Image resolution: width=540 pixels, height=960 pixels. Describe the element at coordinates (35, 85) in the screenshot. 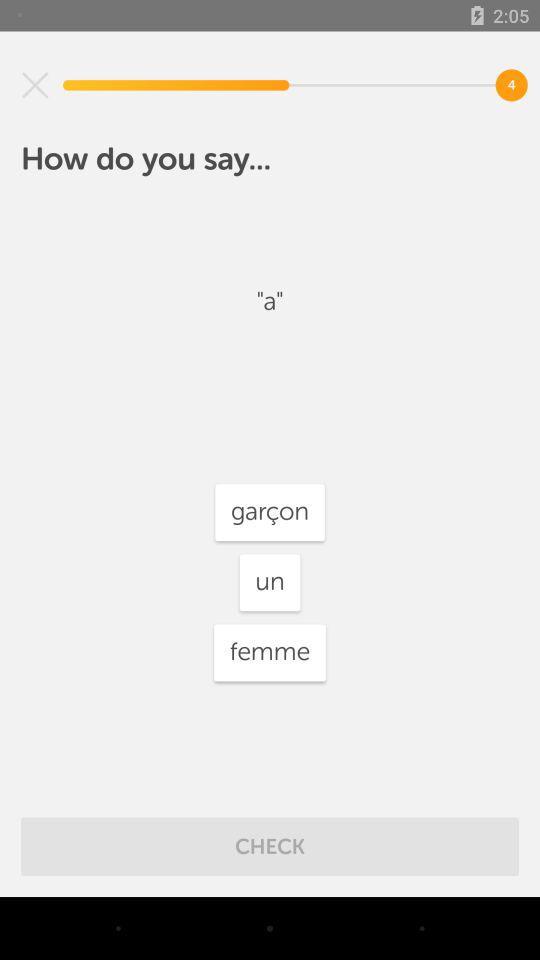

I see `the item above how do you` at that location.